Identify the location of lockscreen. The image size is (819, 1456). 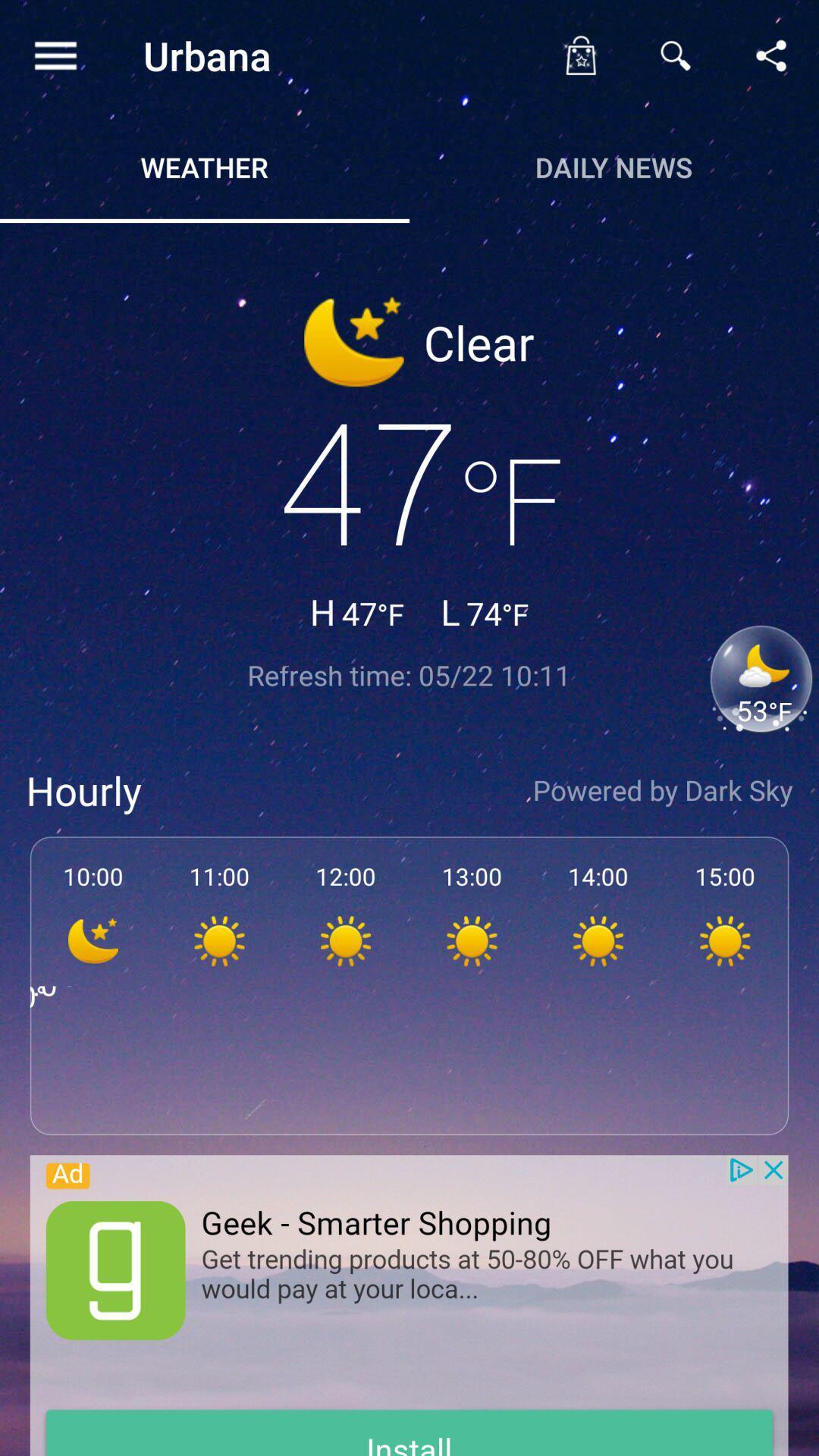
(579, 55).